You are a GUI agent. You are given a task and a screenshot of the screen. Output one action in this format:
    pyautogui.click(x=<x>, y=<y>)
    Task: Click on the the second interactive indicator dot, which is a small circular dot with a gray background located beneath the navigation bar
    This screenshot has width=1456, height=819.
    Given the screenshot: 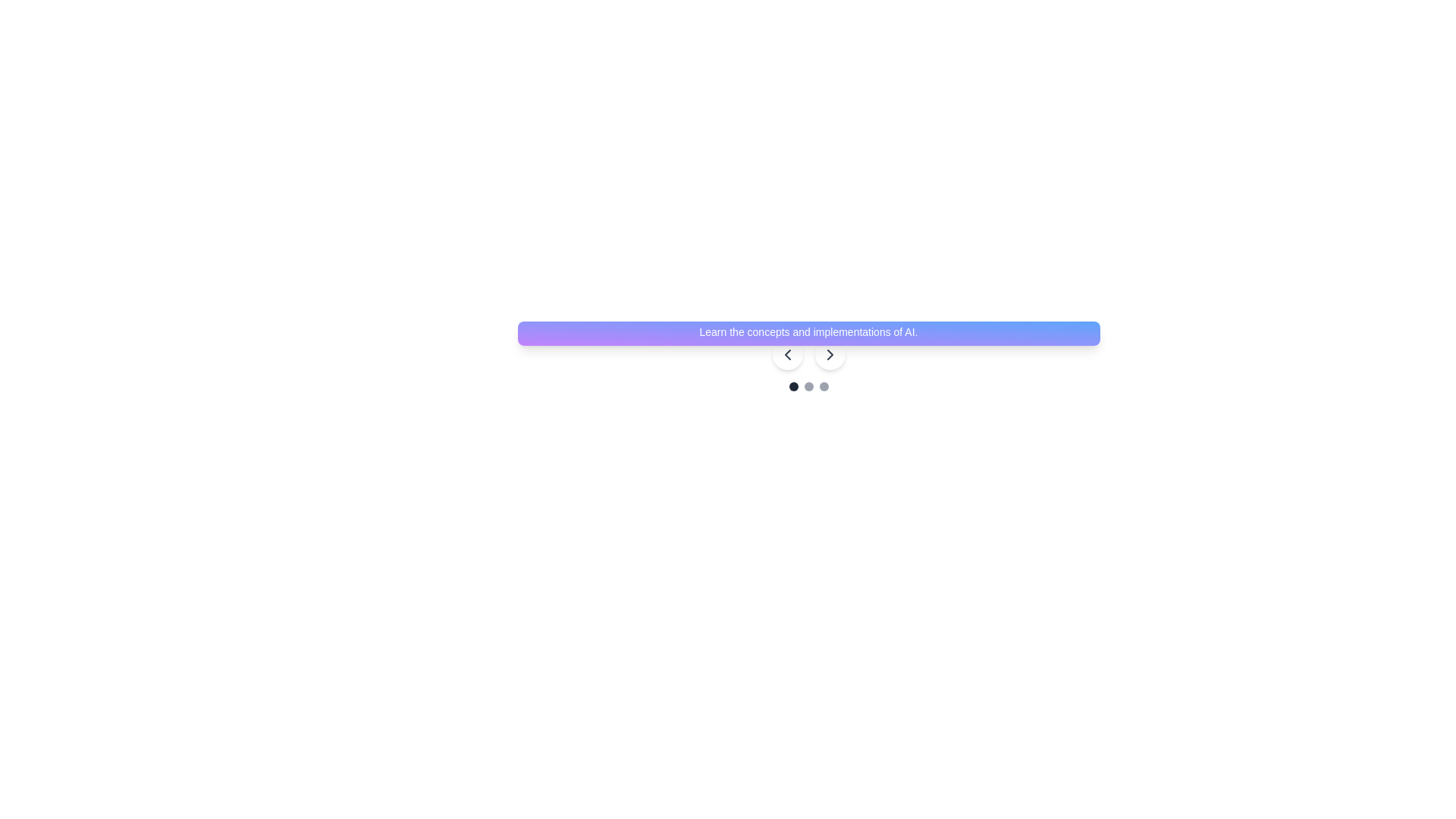 What is the action you would take?
    pyautogui.click(x=808, y=385)
    